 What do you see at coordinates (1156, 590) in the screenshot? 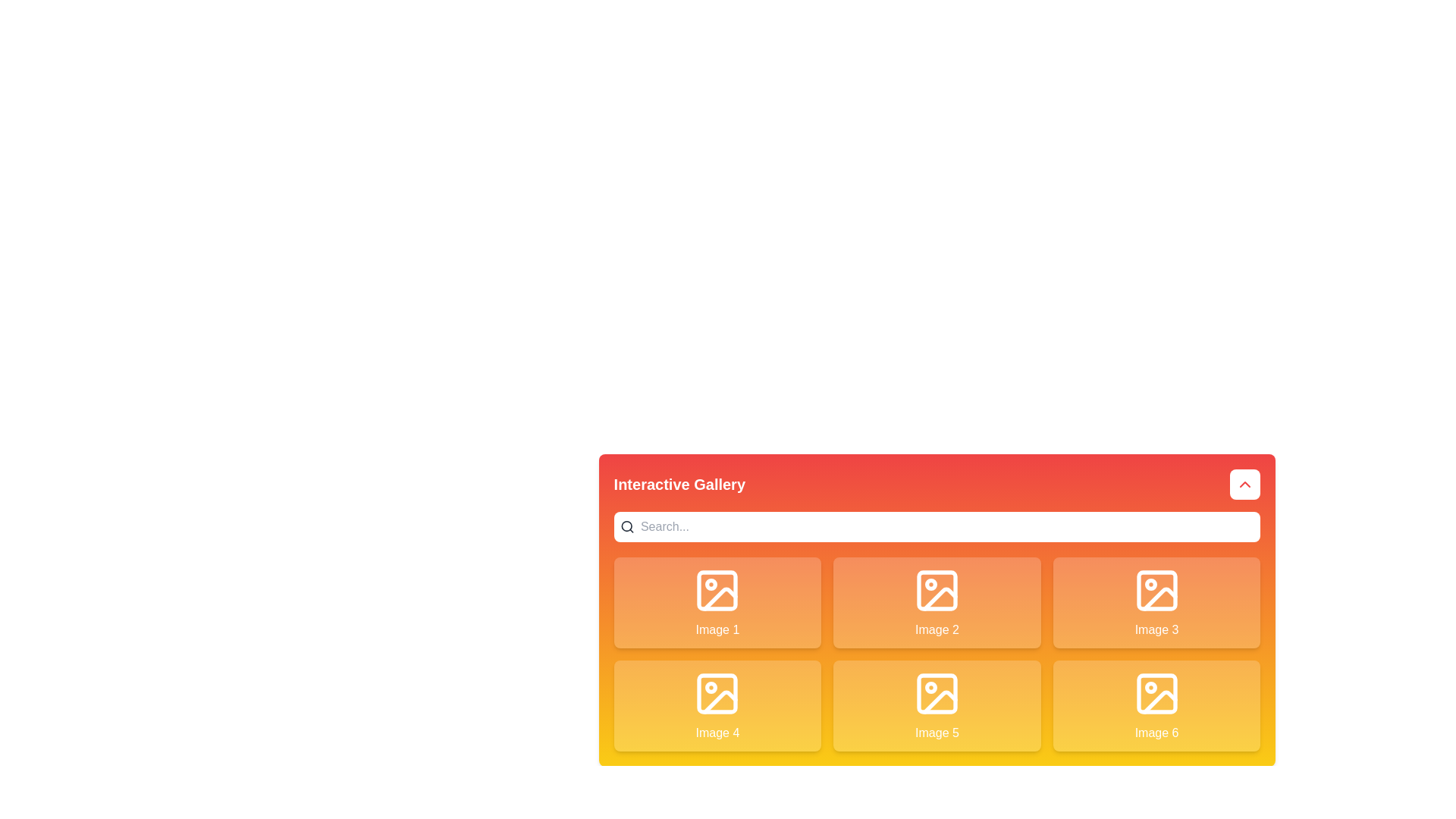
I see `the Vector graphic icon labeled 'Image 3' located in the second row, third column of the grid` at bounding box center [1156, 590].